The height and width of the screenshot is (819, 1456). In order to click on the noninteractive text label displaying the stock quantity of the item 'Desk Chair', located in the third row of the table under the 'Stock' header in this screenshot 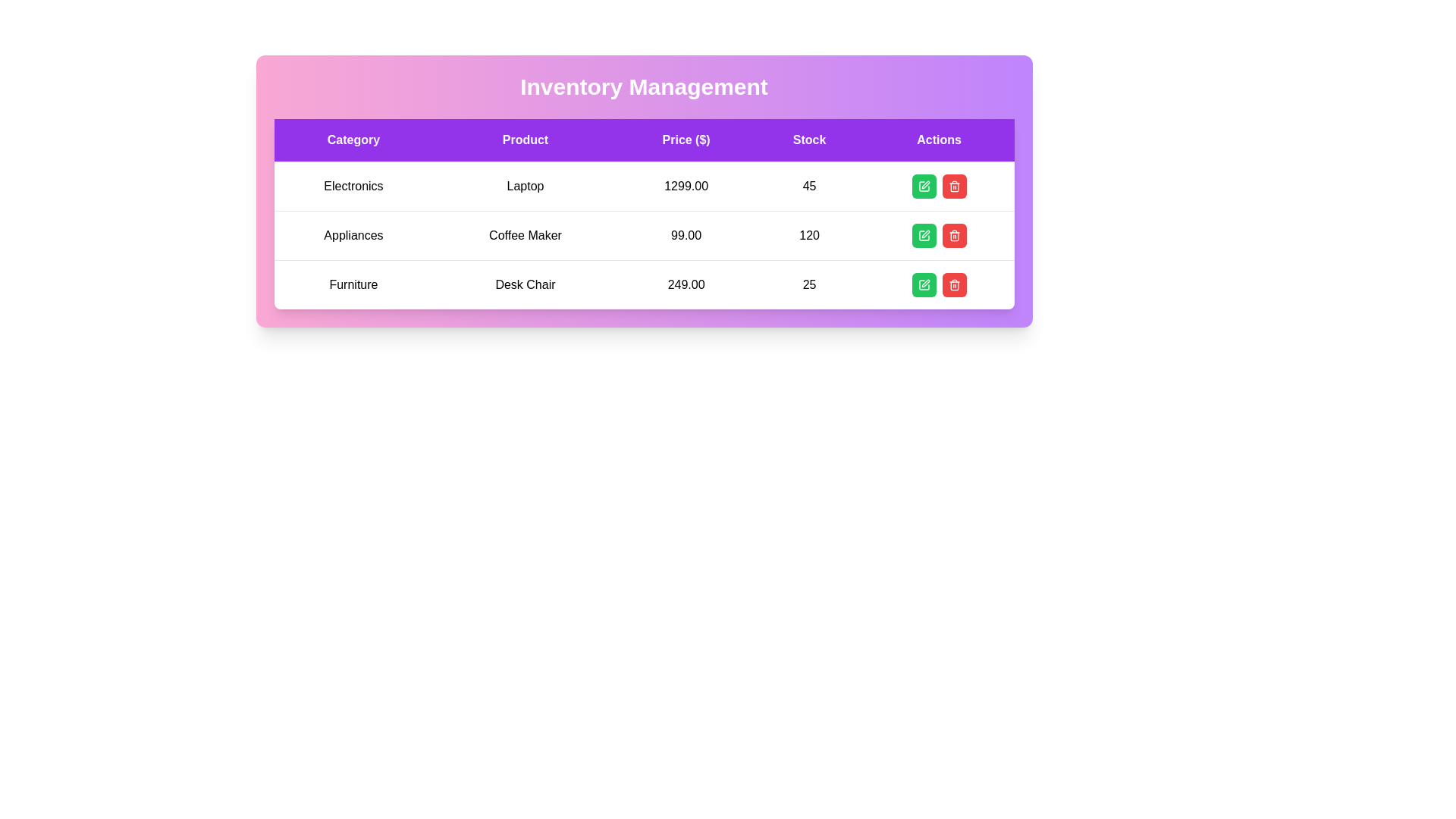, I will do `click(808, 284)`.